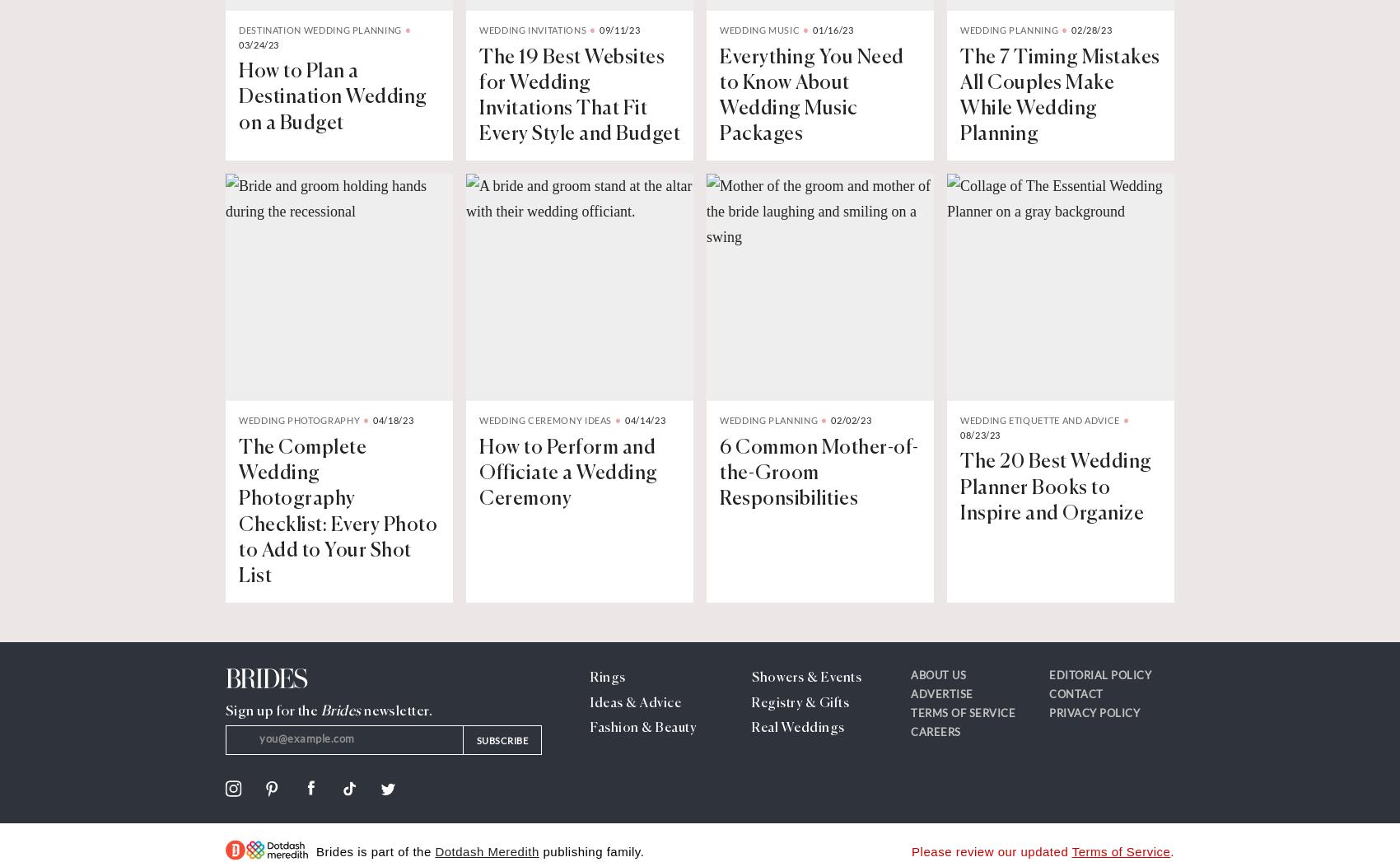 The image size is (1400, 862). Describe the element at coordinates (315, 851) in the screenshot. I see `'Brides is part of the'` at that location.